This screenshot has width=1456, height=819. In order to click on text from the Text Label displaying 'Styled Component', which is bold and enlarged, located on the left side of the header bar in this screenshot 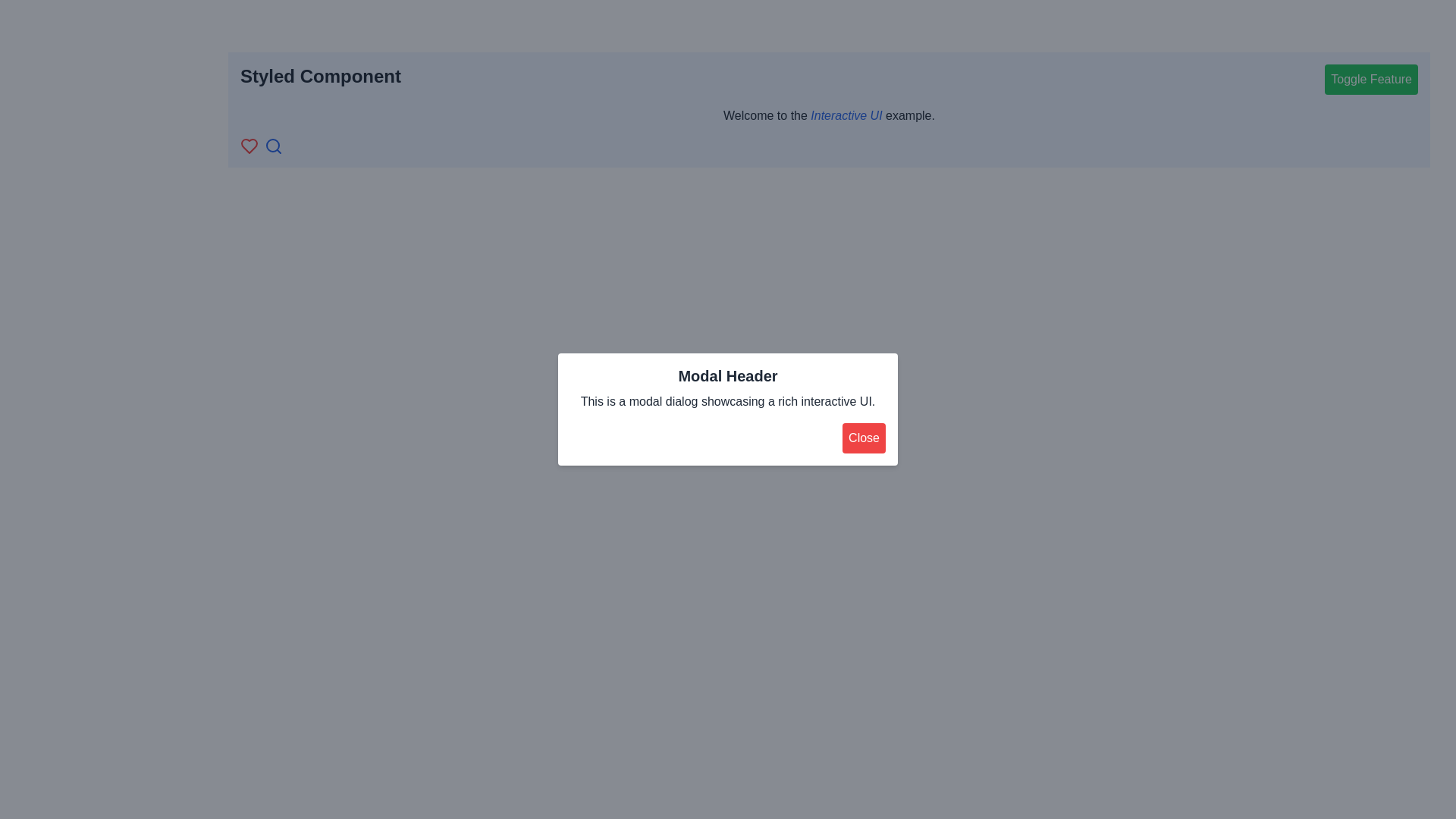, I will do `click(319, 79)`.